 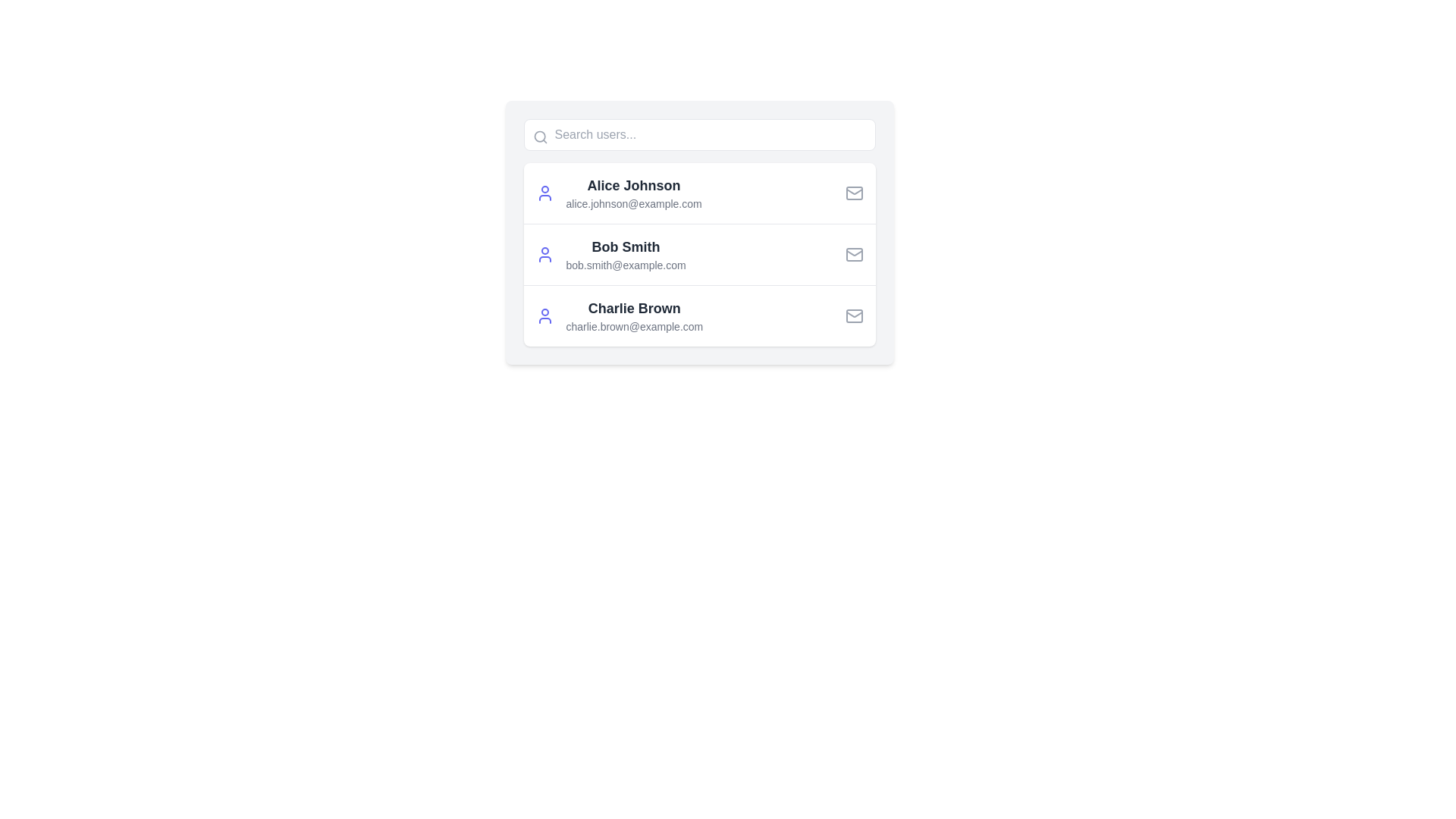 What do you see at coordinates (634, 192) in the screenshot?
I see `the text block displaying user information` at bounding box center [634, 192].